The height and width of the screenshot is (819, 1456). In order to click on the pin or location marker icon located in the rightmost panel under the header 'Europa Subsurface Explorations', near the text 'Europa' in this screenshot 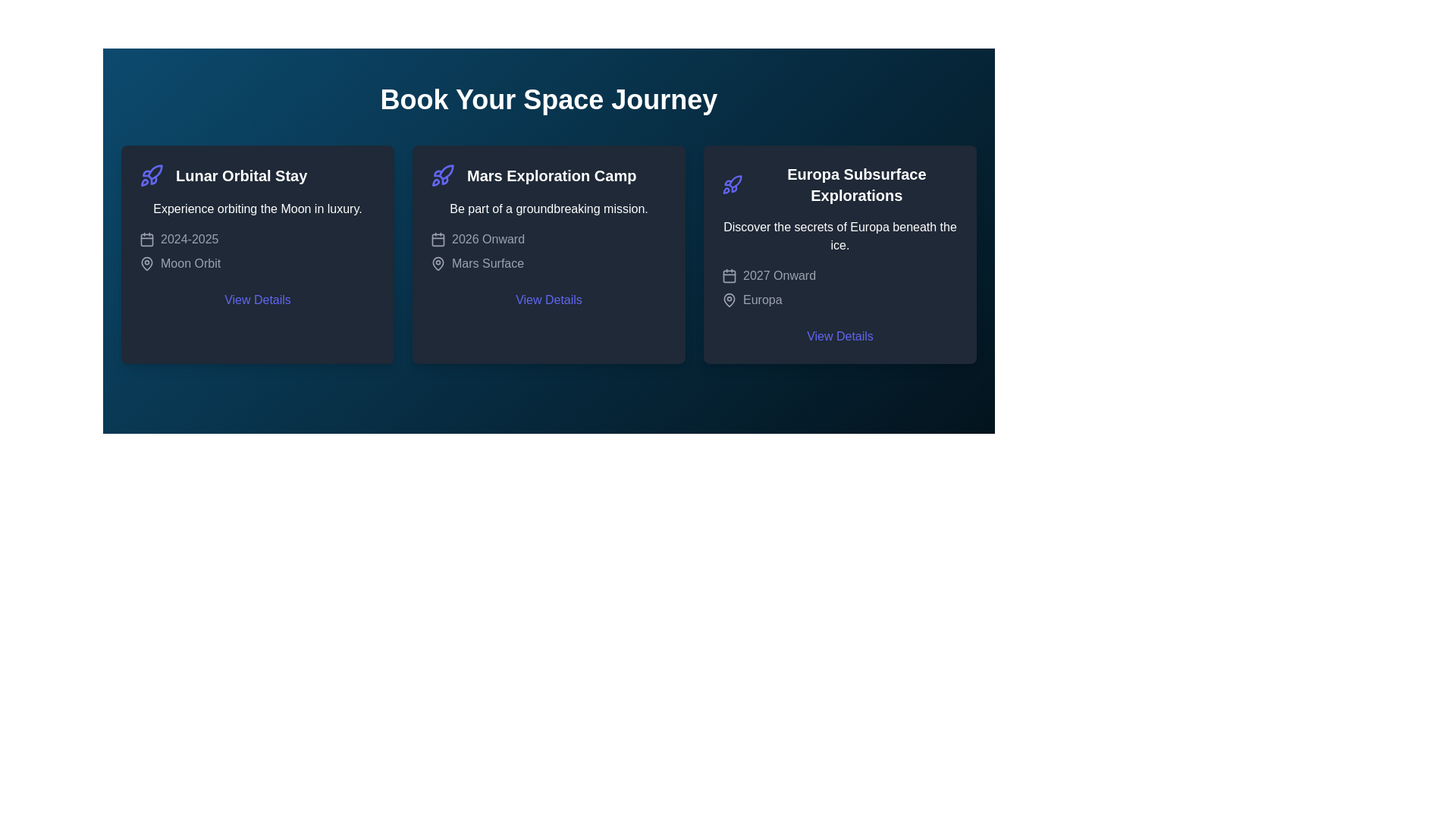, I will do `click(729, 299)`.